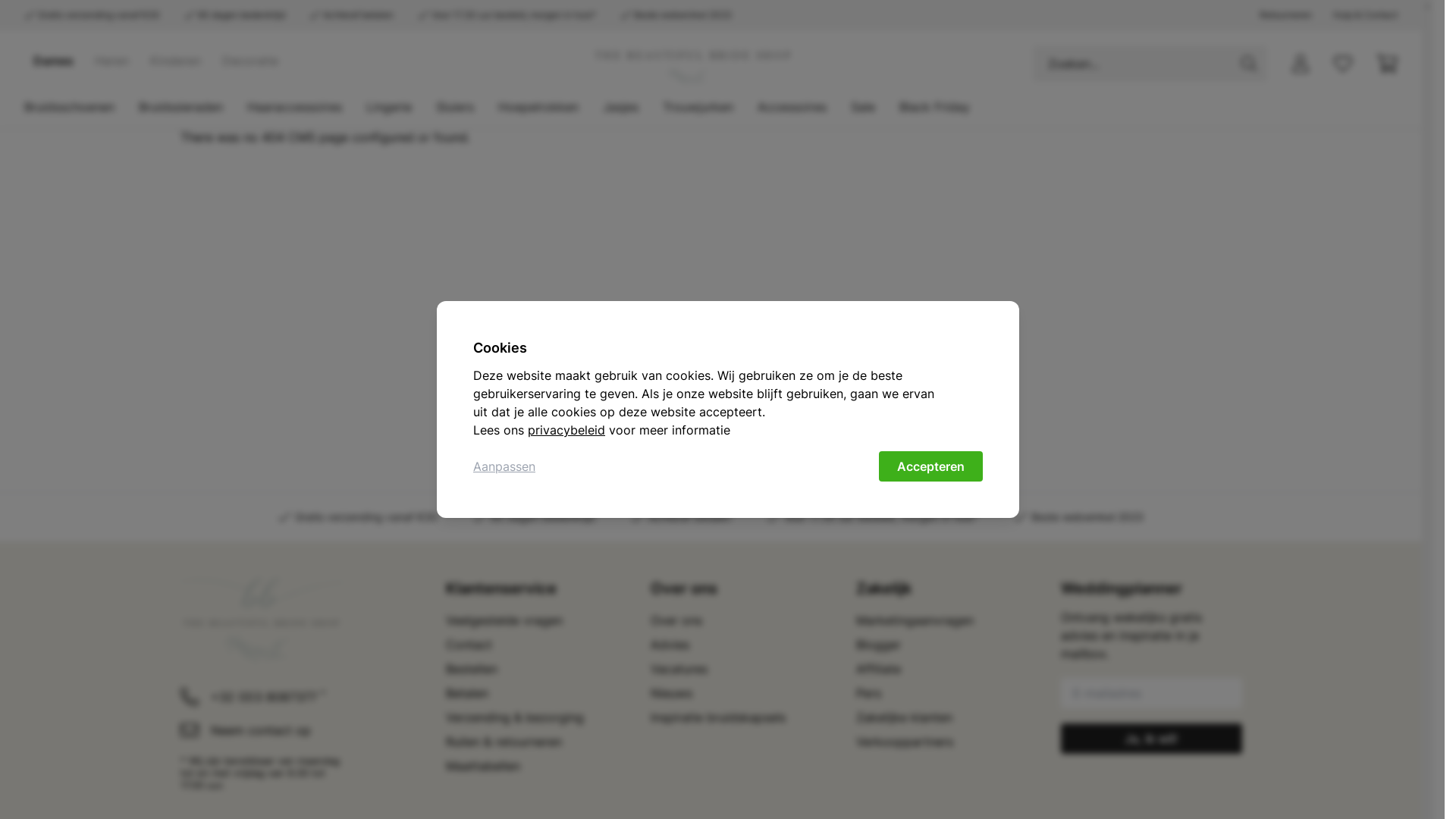 This screenshot has width=1456, height=819. What do you see at coordinates (1078, 516) in the screenshot?
I see `'Beste webwinkel 2023'` at bounding box center [1078, 516].